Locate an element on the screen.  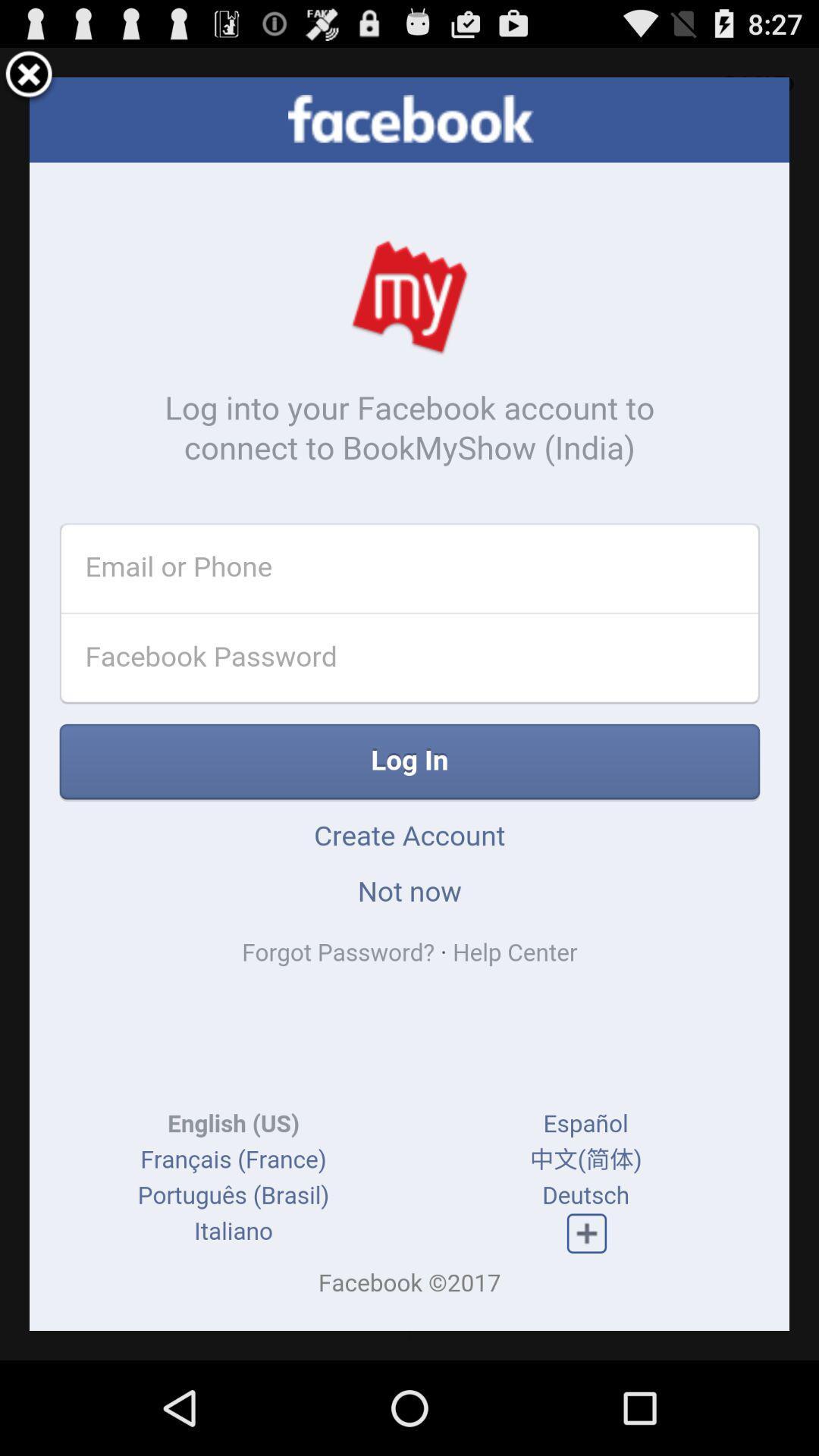
cancel is located at coordinates (29, 76).